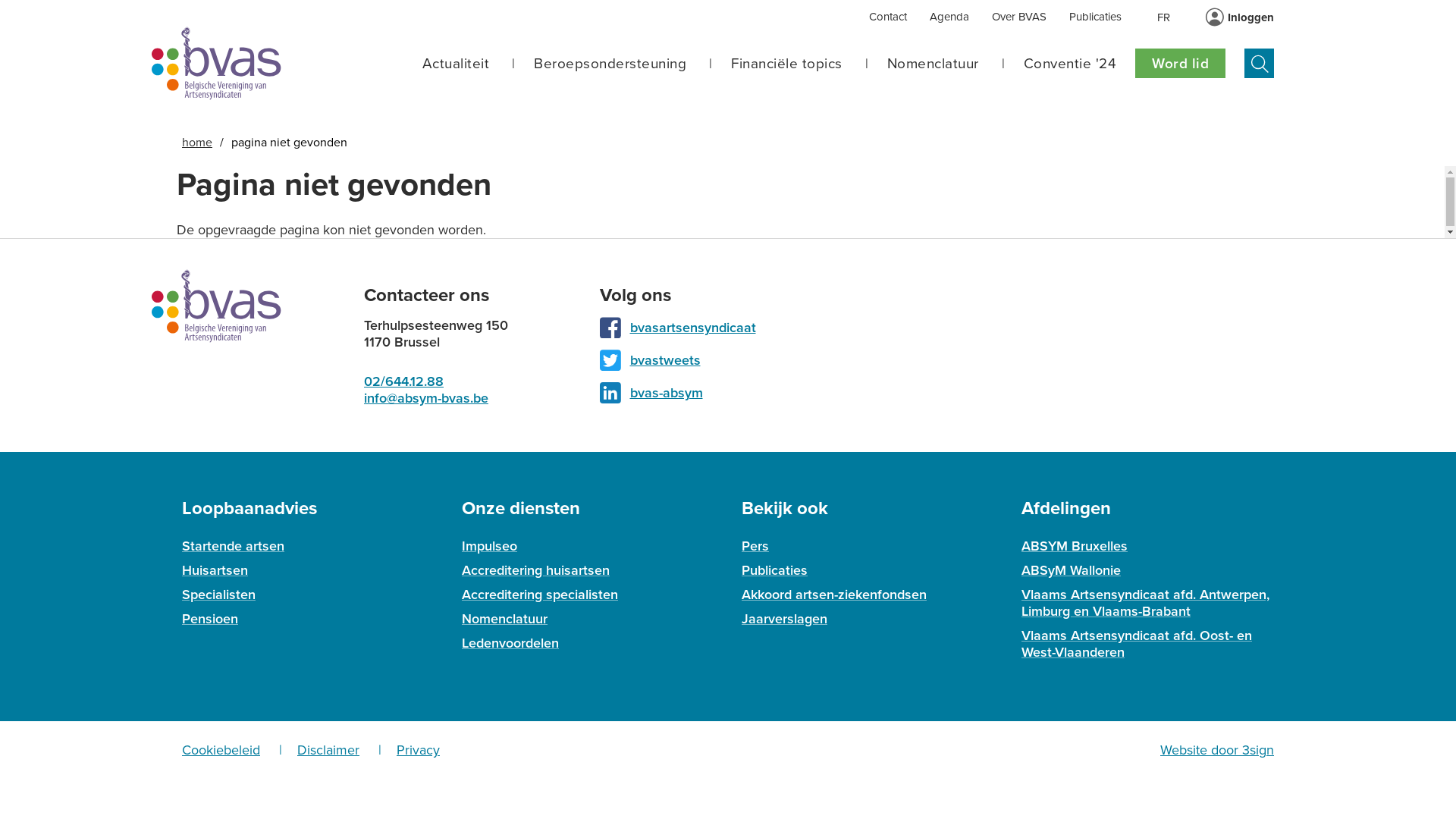  What do you see at coordinates (418, 748) in the screenshot?
I see `'Privacy'` at bounding box center [418, 748].